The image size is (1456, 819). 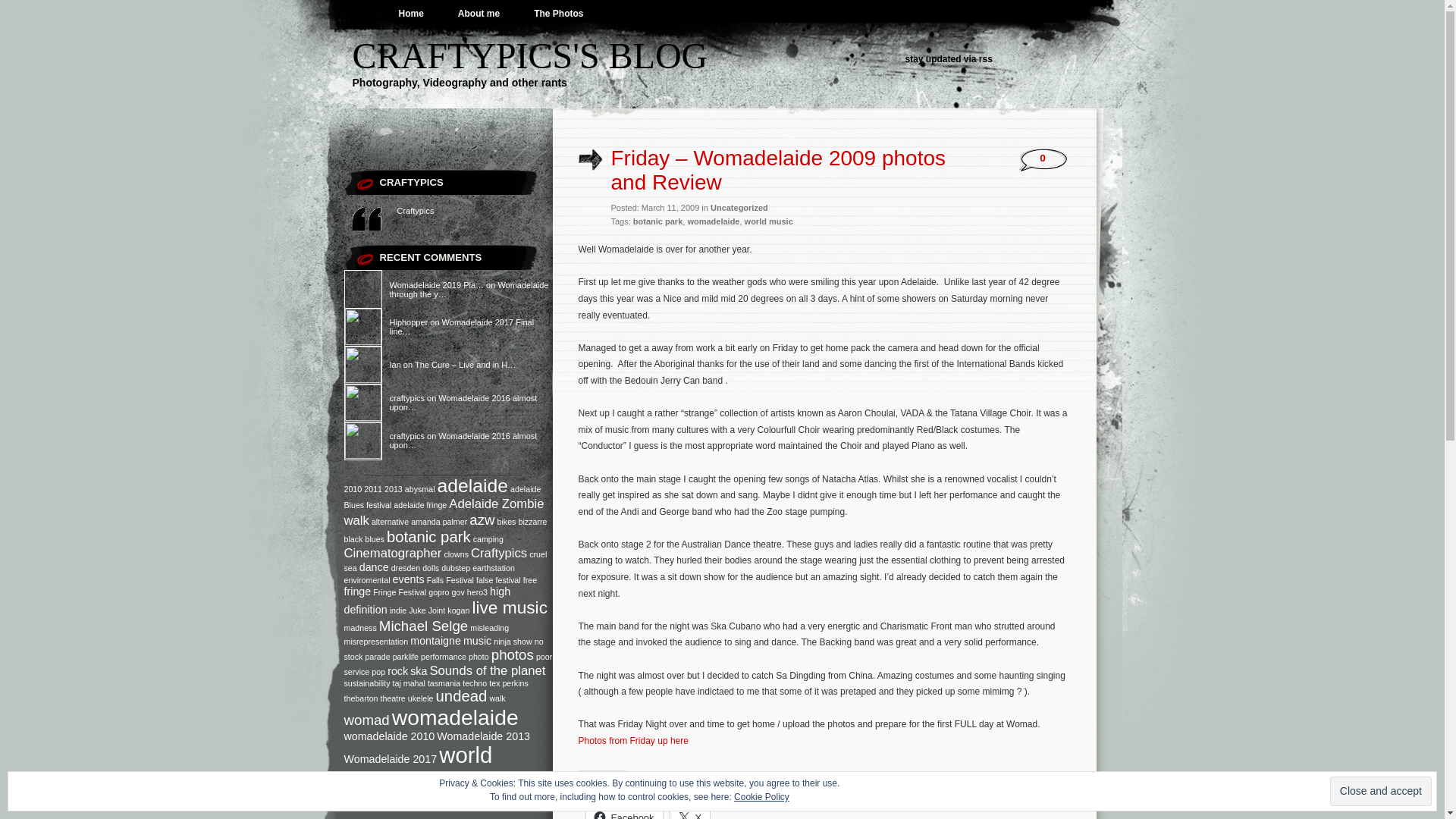 I want to click on 'dubstep', so click(x=454, y=567).